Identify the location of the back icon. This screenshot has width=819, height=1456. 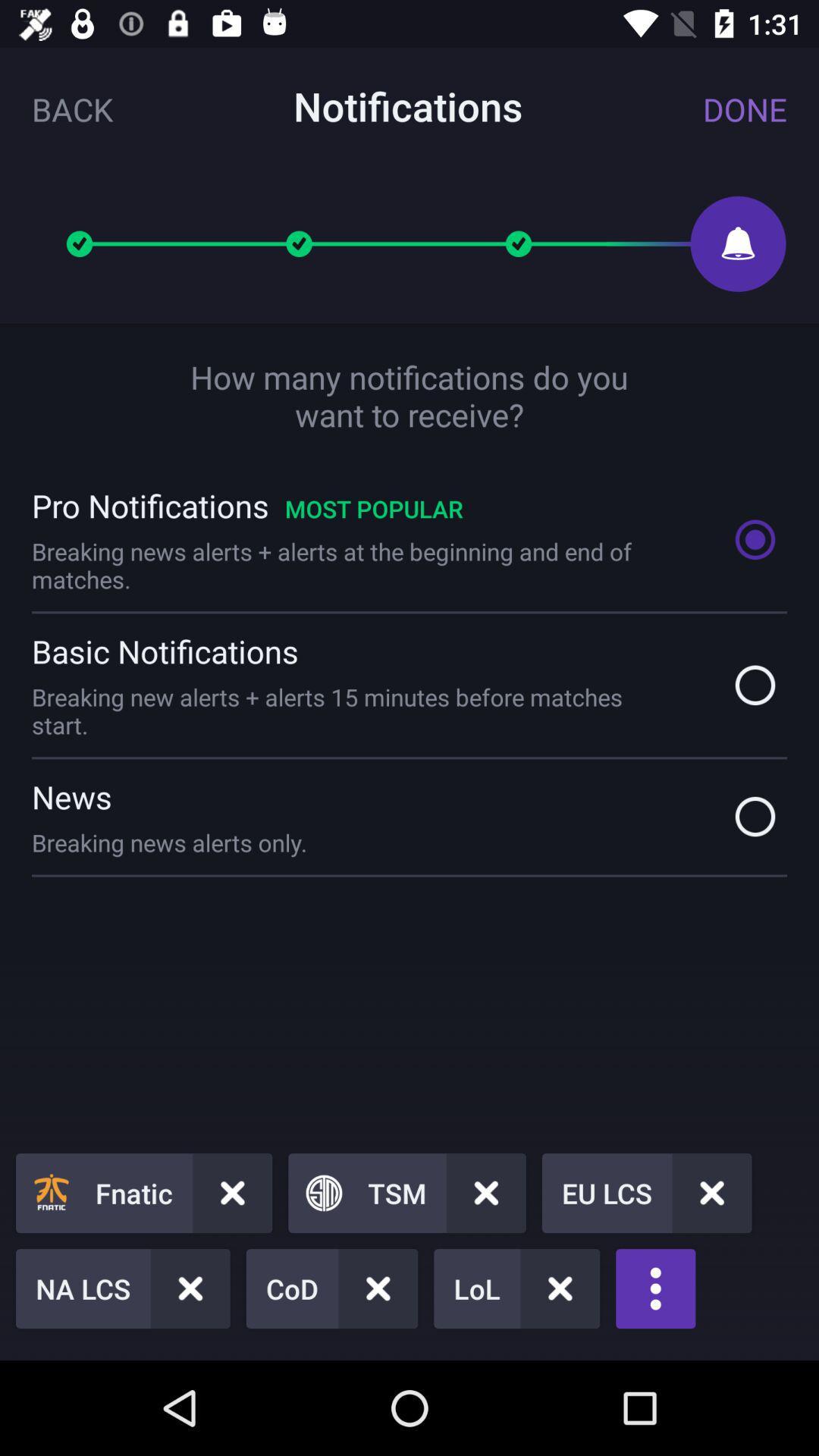
(72, 108).